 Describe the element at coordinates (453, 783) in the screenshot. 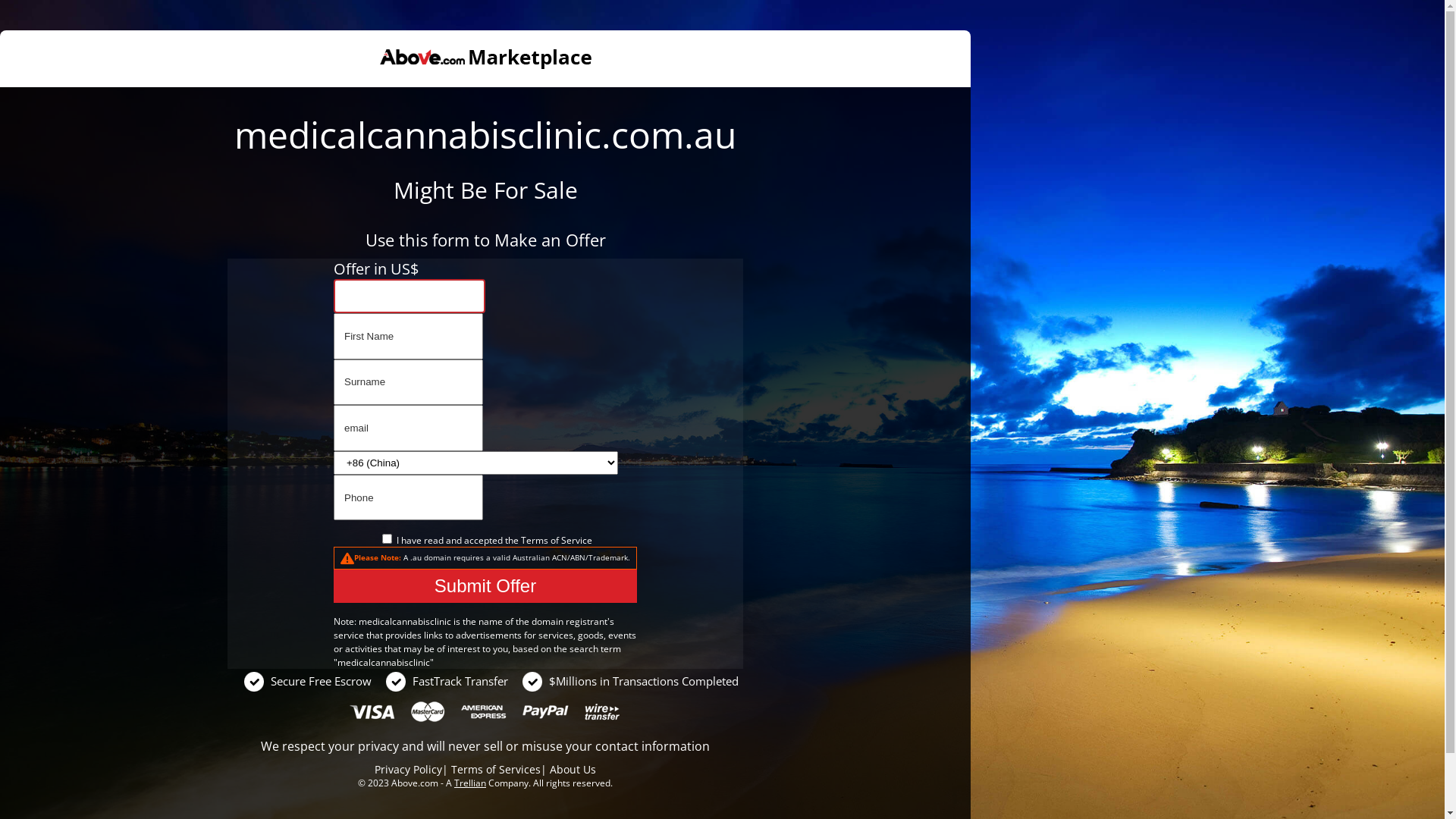

I see `'Trellian'` at that location.